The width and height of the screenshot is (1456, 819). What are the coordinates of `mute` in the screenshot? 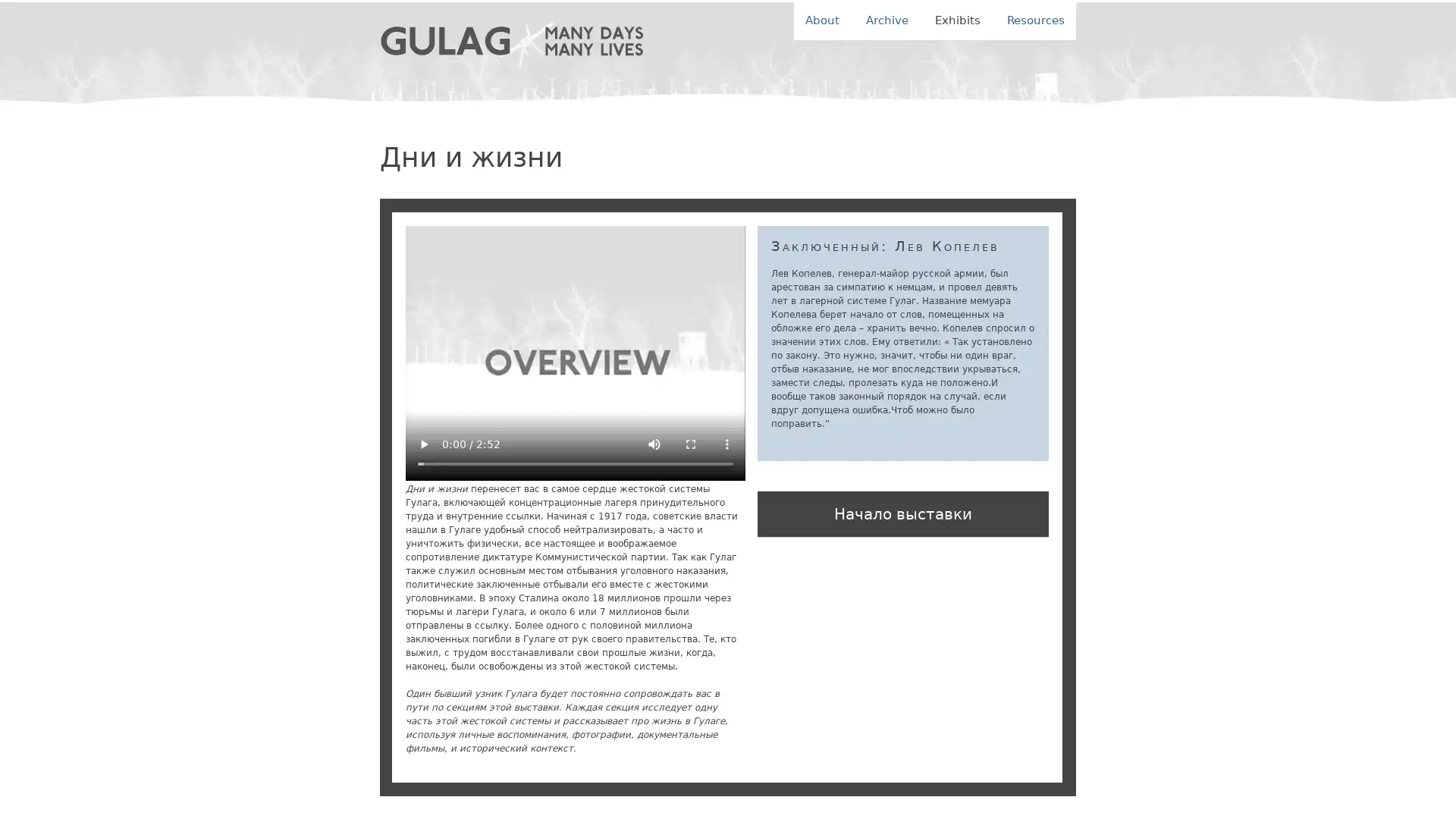 It's located at (654, 444).